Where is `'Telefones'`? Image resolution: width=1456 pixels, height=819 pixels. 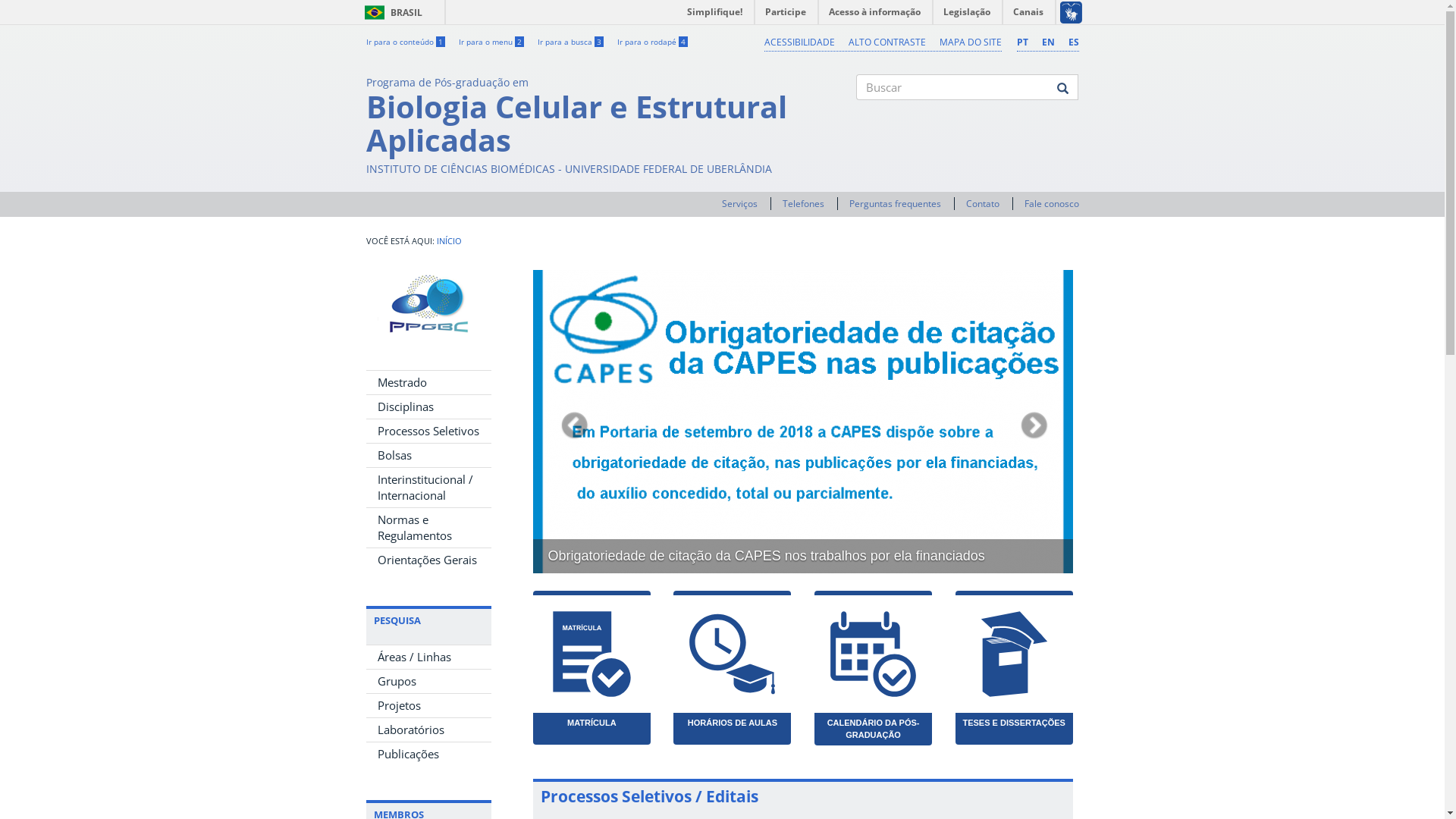
'Telefones' is located at coordinates (802, 202).